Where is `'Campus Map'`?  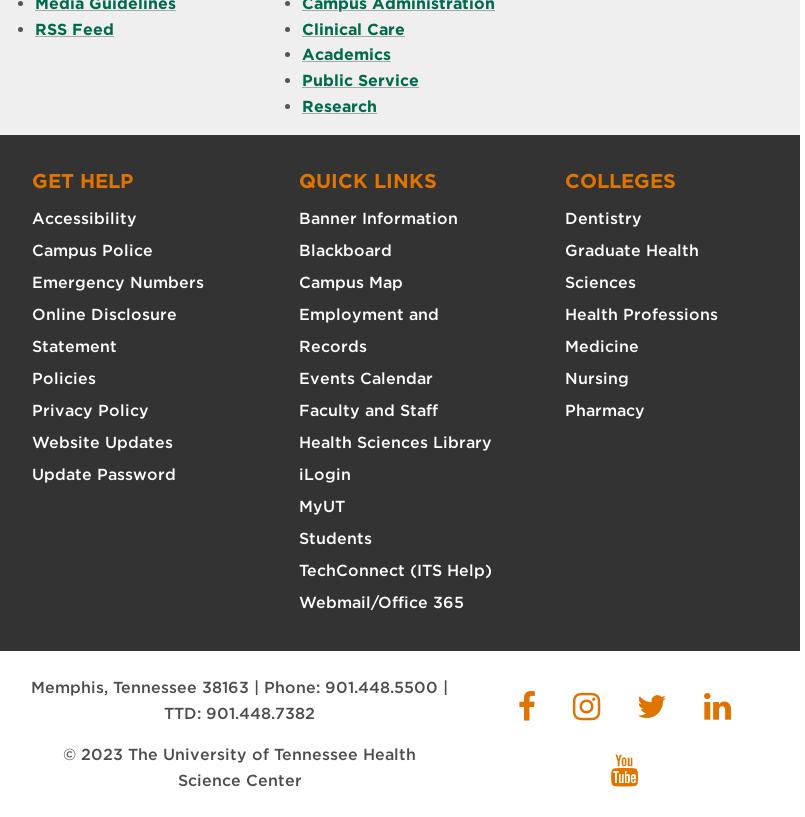 'Campus Map' is located at coordinates (350, 282).